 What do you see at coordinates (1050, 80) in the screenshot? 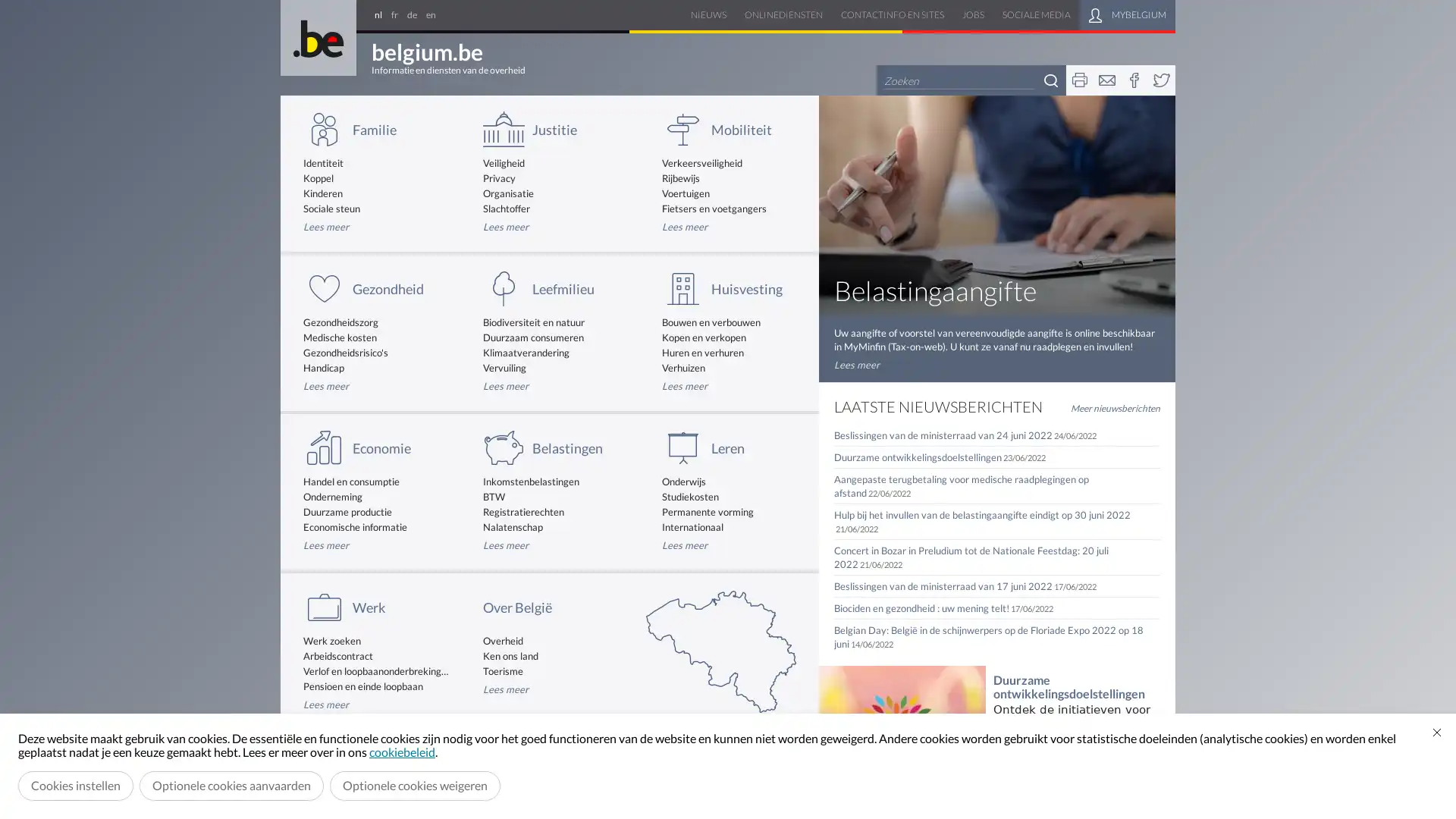
I see `Search` at bounding box center [1050, 80].